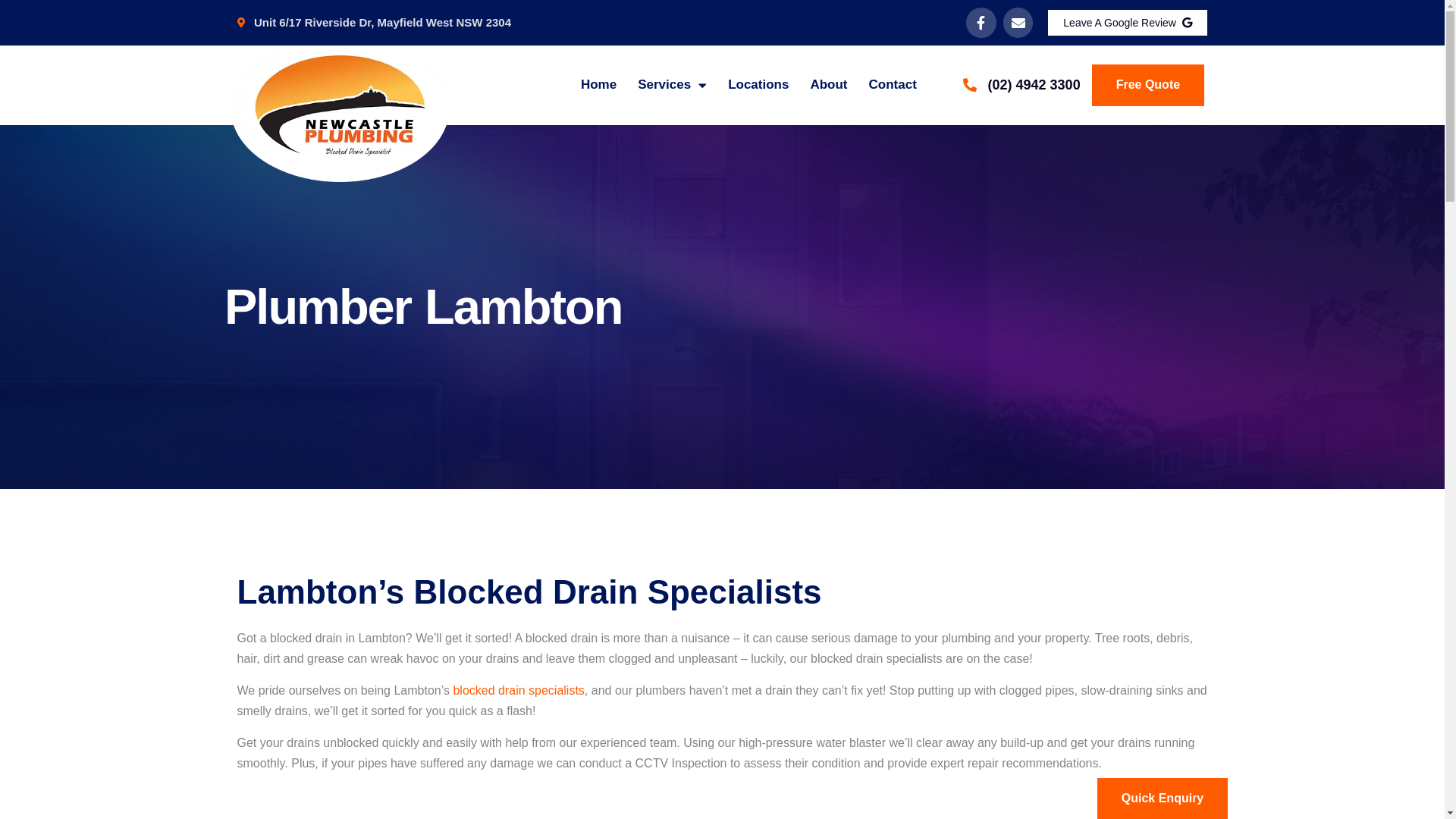 The height and width of the screenshot is (819, 1456). What do you see at coordinates (1147, 84) in the screenshot?
I see `'Free Quote'` at bounding box center [1147, 84].